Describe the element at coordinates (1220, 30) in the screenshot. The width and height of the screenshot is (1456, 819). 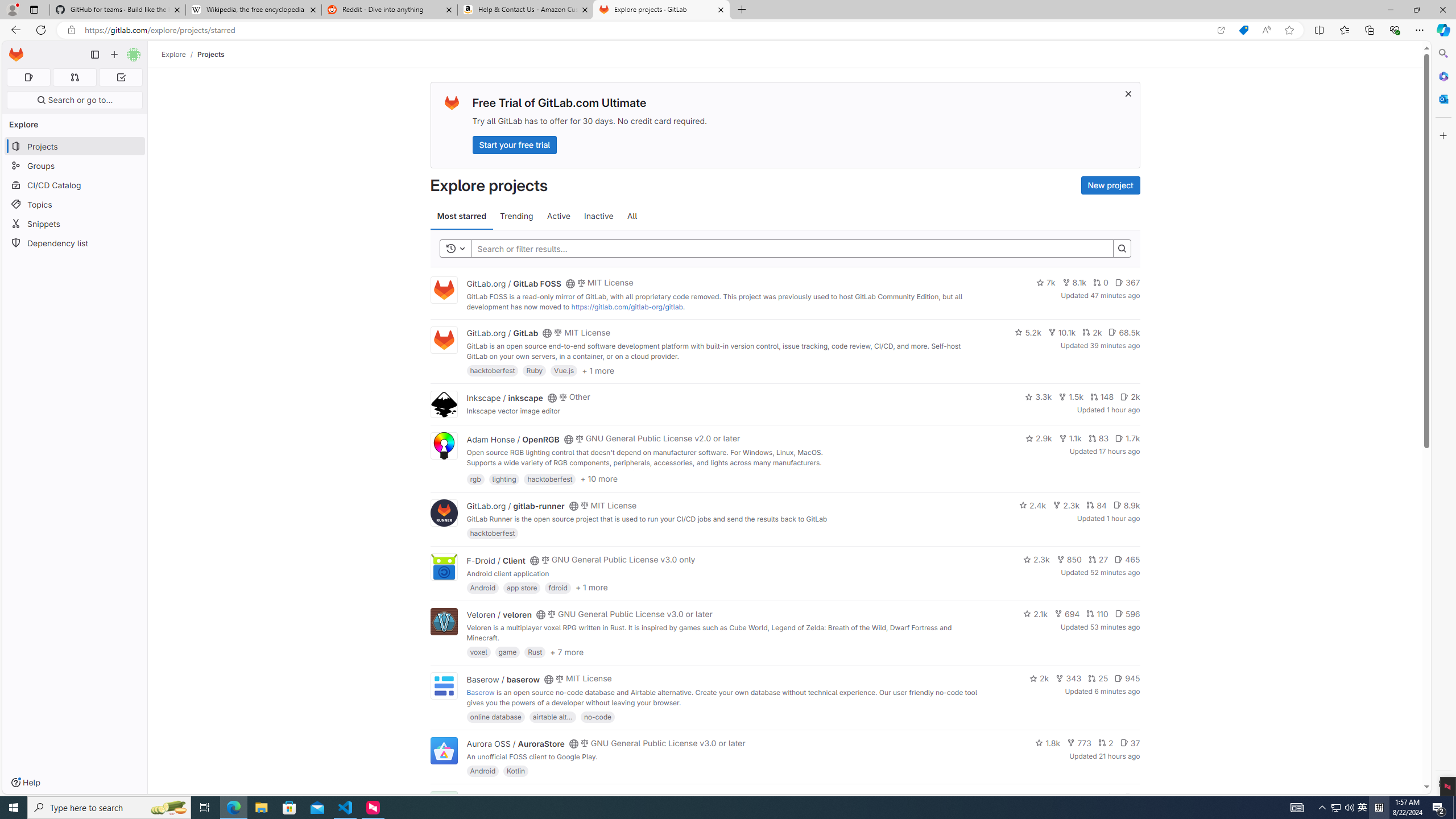
I see `'Open in app'` at that location.